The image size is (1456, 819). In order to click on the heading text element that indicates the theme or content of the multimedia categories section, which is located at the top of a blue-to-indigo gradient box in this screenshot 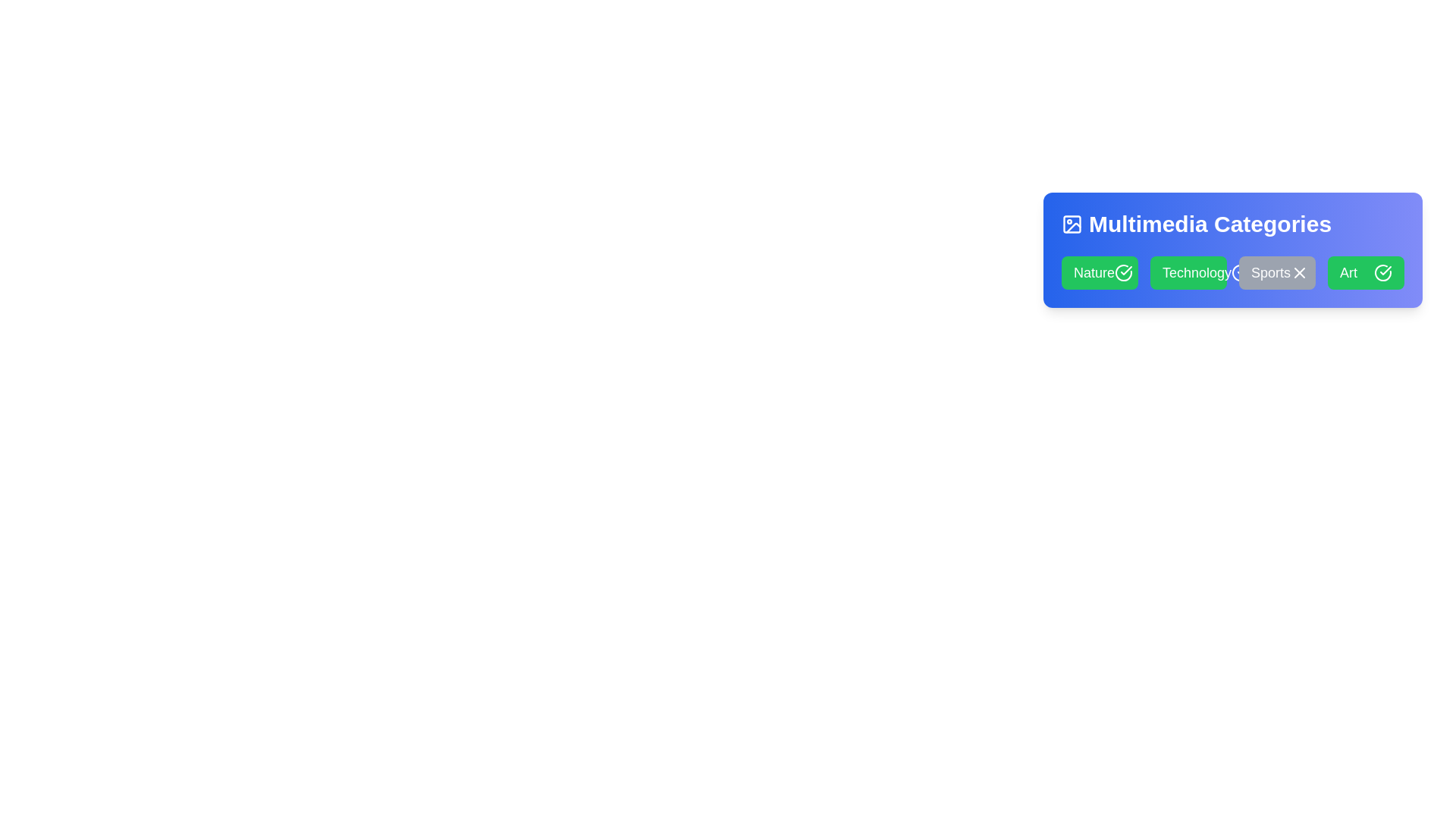, I will do `click(1233, 224)`.